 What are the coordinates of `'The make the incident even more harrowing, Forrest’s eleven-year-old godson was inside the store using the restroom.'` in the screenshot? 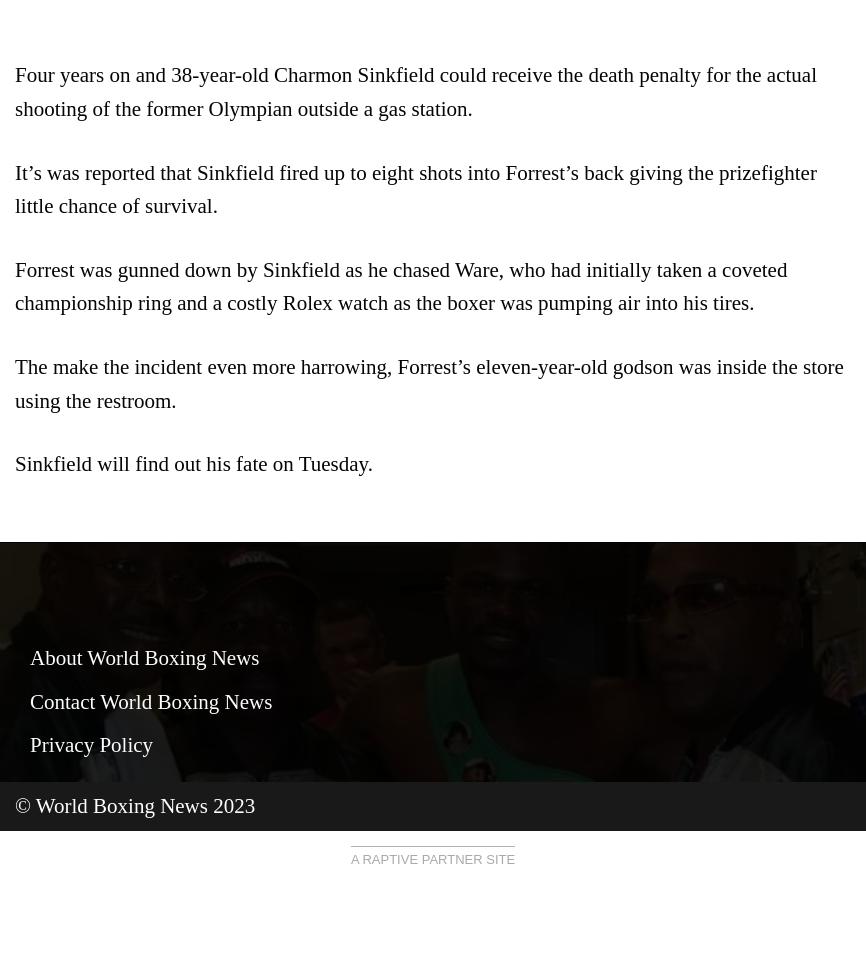 It's located at (14, 382).